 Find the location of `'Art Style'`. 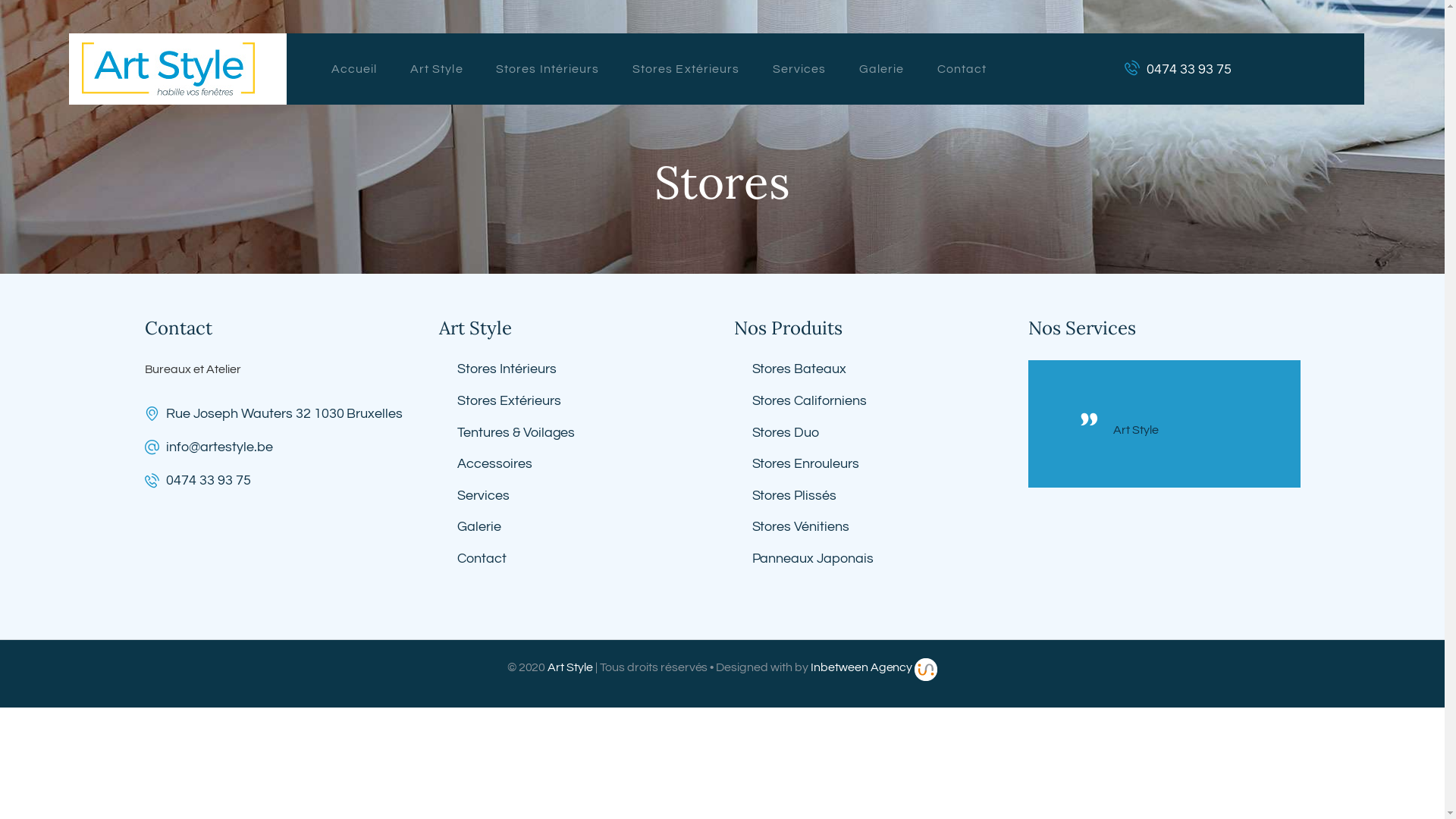

'Art Style' is located at coordinates (1180, 430).